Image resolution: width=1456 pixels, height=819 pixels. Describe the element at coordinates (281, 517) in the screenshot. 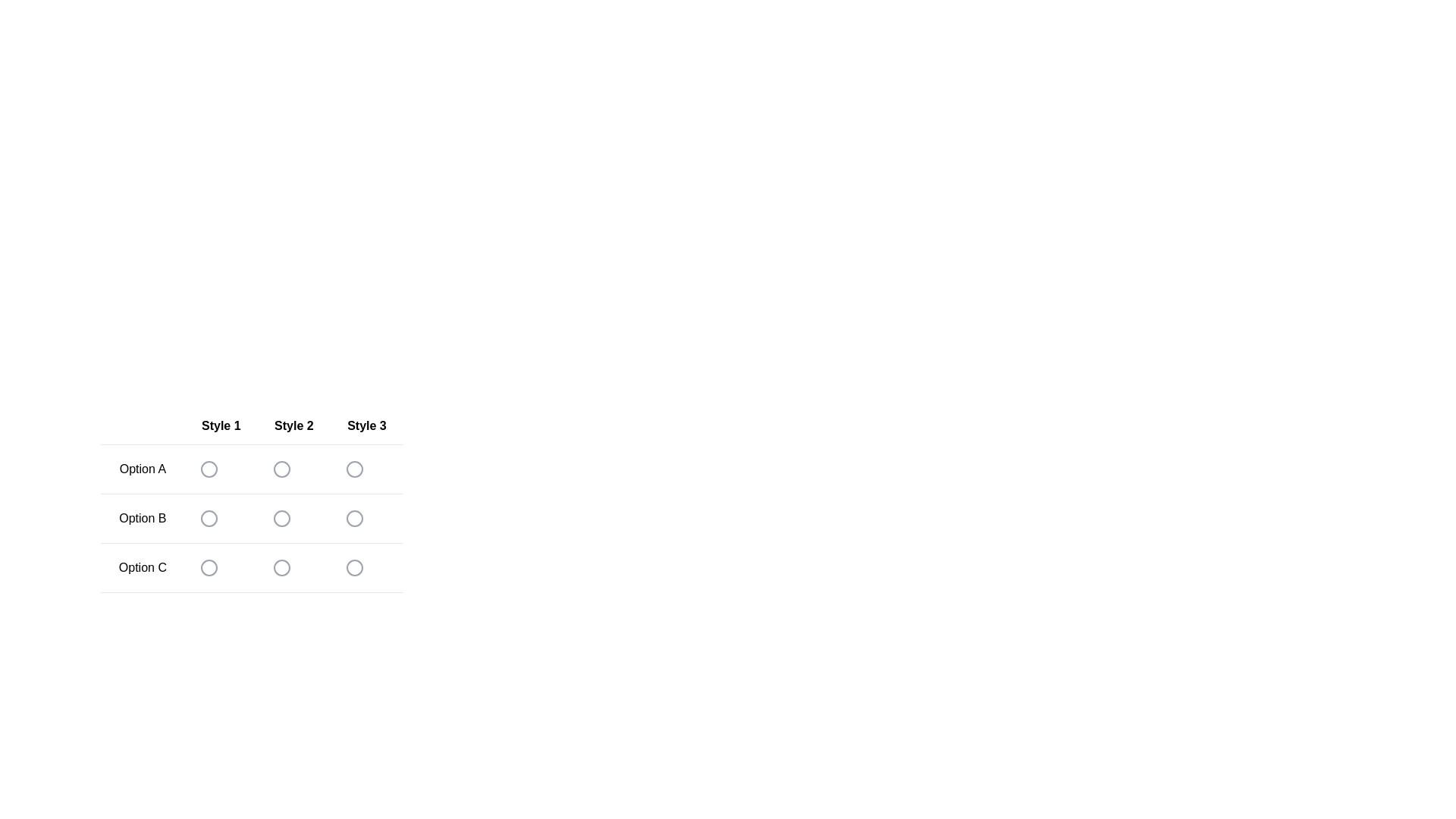

I see `the circular radio button with a gray outline located in the second column of the second row in a 3x3 grid` at that location.